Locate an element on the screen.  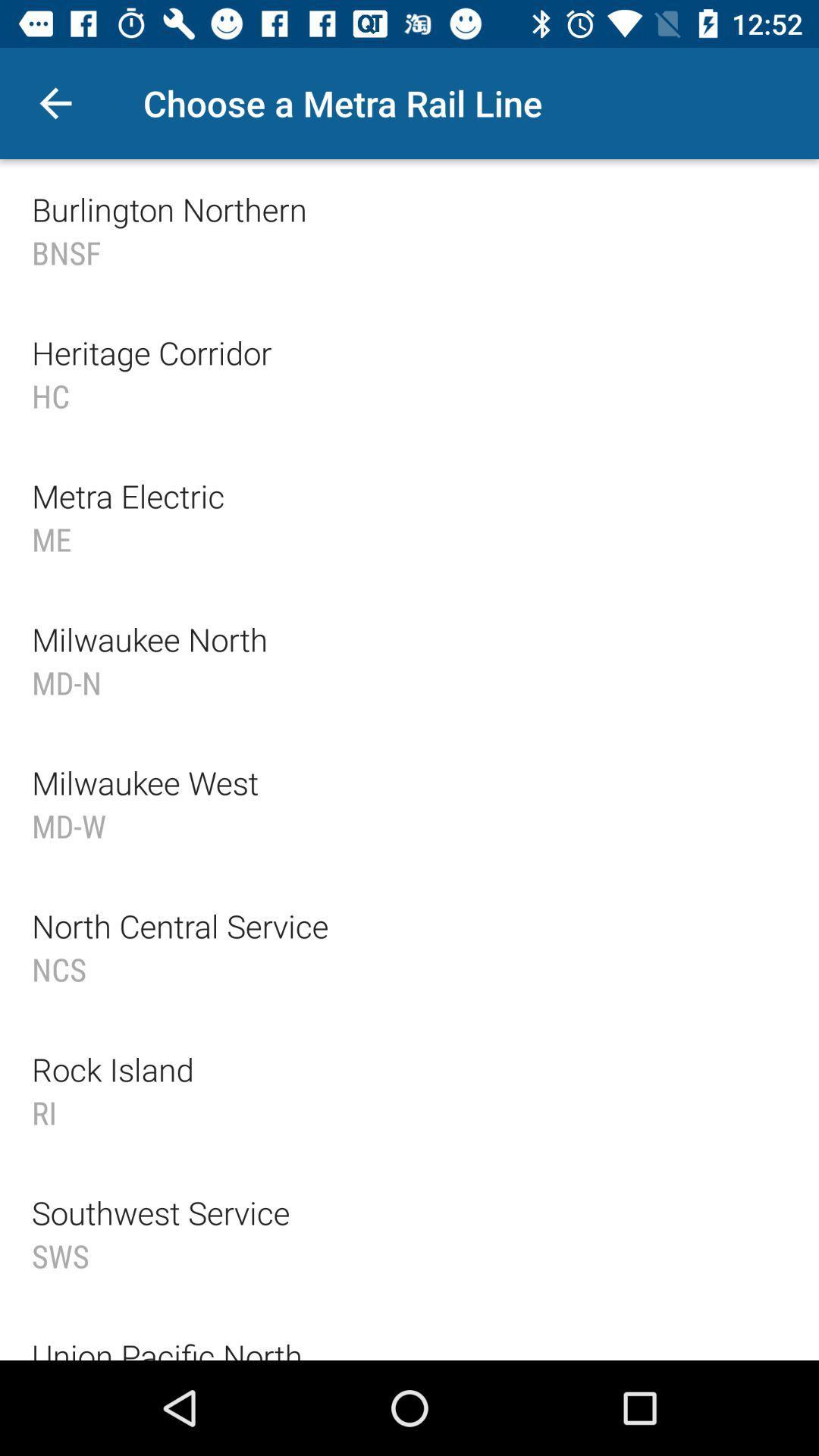
item at the top left corner is located at coordinates (55, 102).